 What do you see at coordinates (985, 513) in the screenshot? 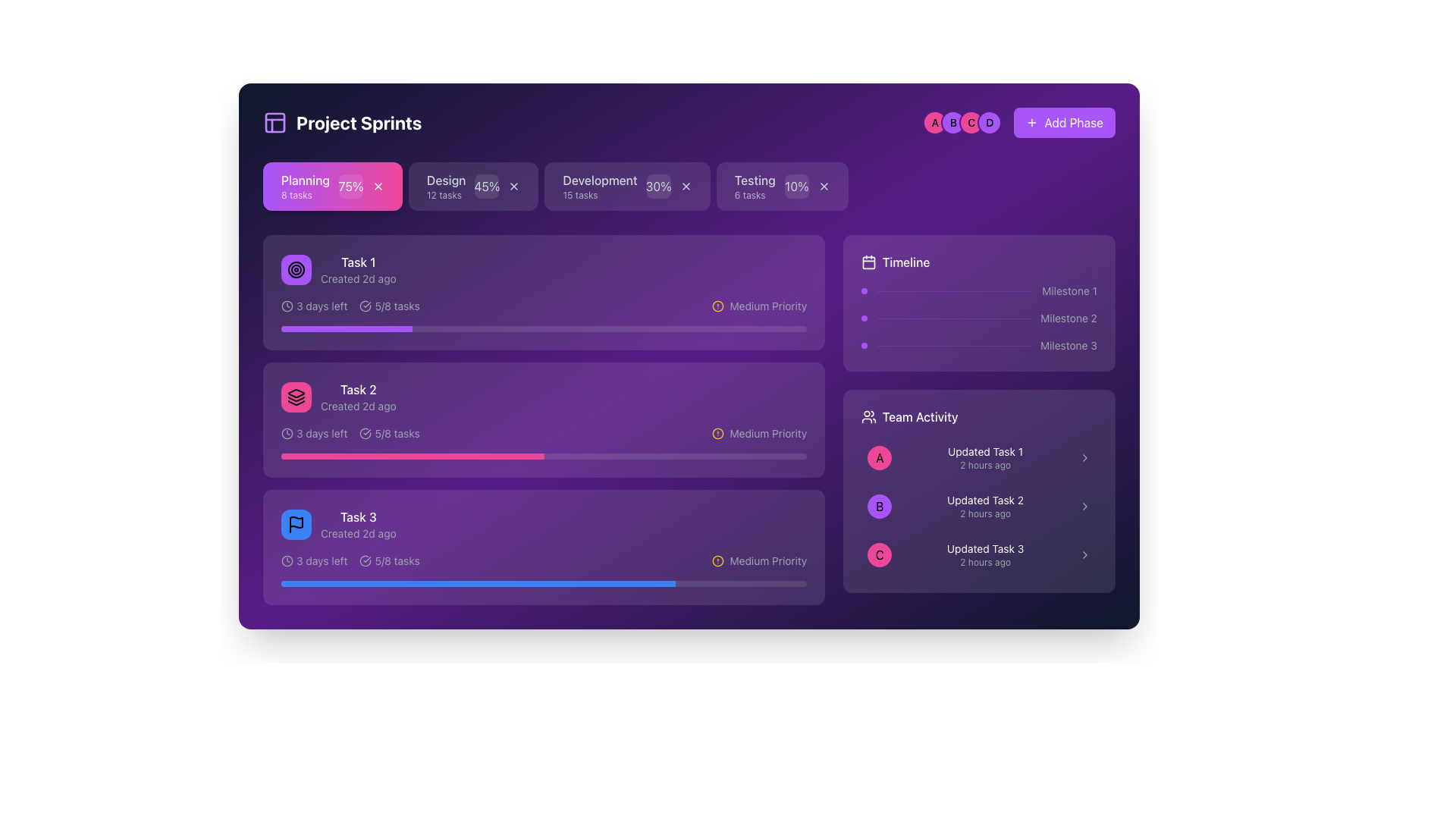
I see `timestamp text label located below the 'Updated Task 2' label in the 'Team Activity' section` at bounding box center [985, 513].